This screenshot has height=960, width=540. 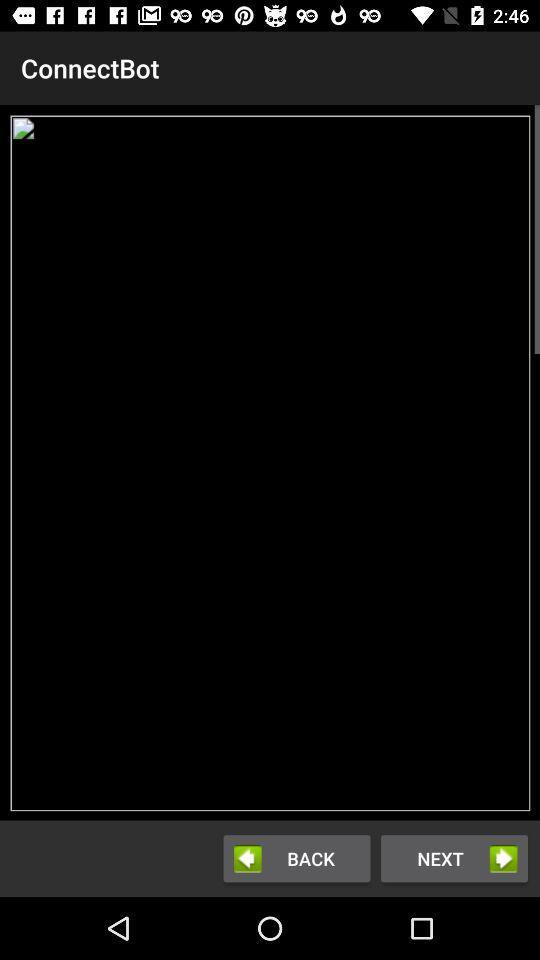 I want to click on icon to the right of the back button, so click(x=454, y=857).